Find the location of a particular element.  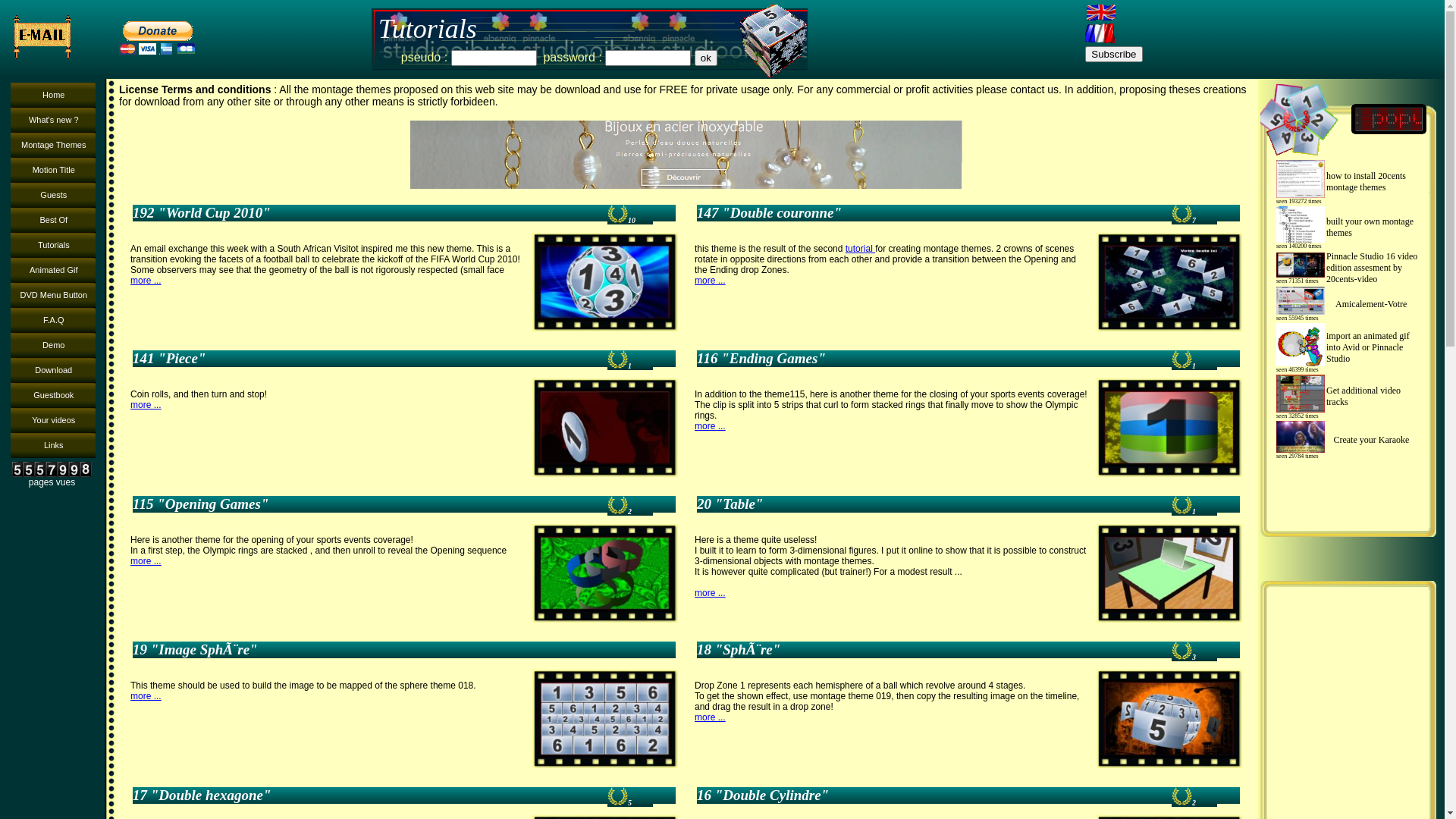

'Subscribe' is located at coordinates (1084, 53).